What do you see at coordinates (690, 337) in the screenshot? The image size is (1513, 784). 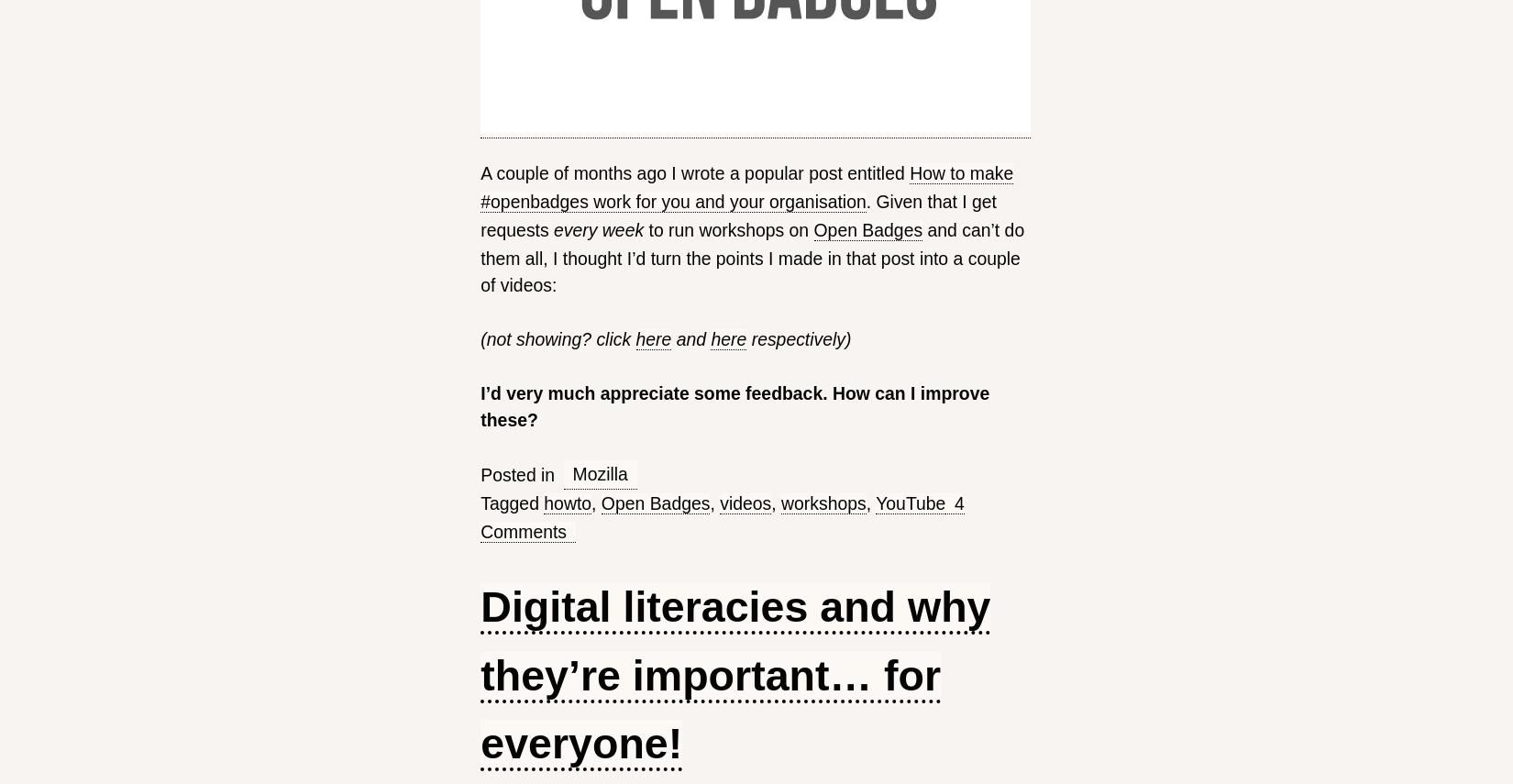 I see `'and'` at bounding box center [690, 337].